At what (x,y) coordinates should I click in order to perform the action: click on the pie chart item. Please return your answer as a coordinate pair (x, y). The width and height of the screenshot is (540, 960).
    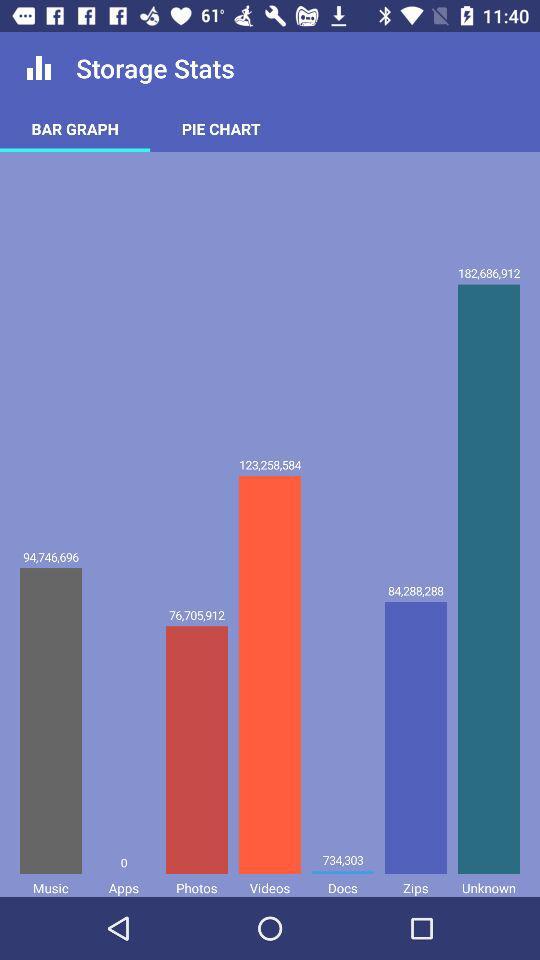
    Looking at the image, I should click on (220, 127).